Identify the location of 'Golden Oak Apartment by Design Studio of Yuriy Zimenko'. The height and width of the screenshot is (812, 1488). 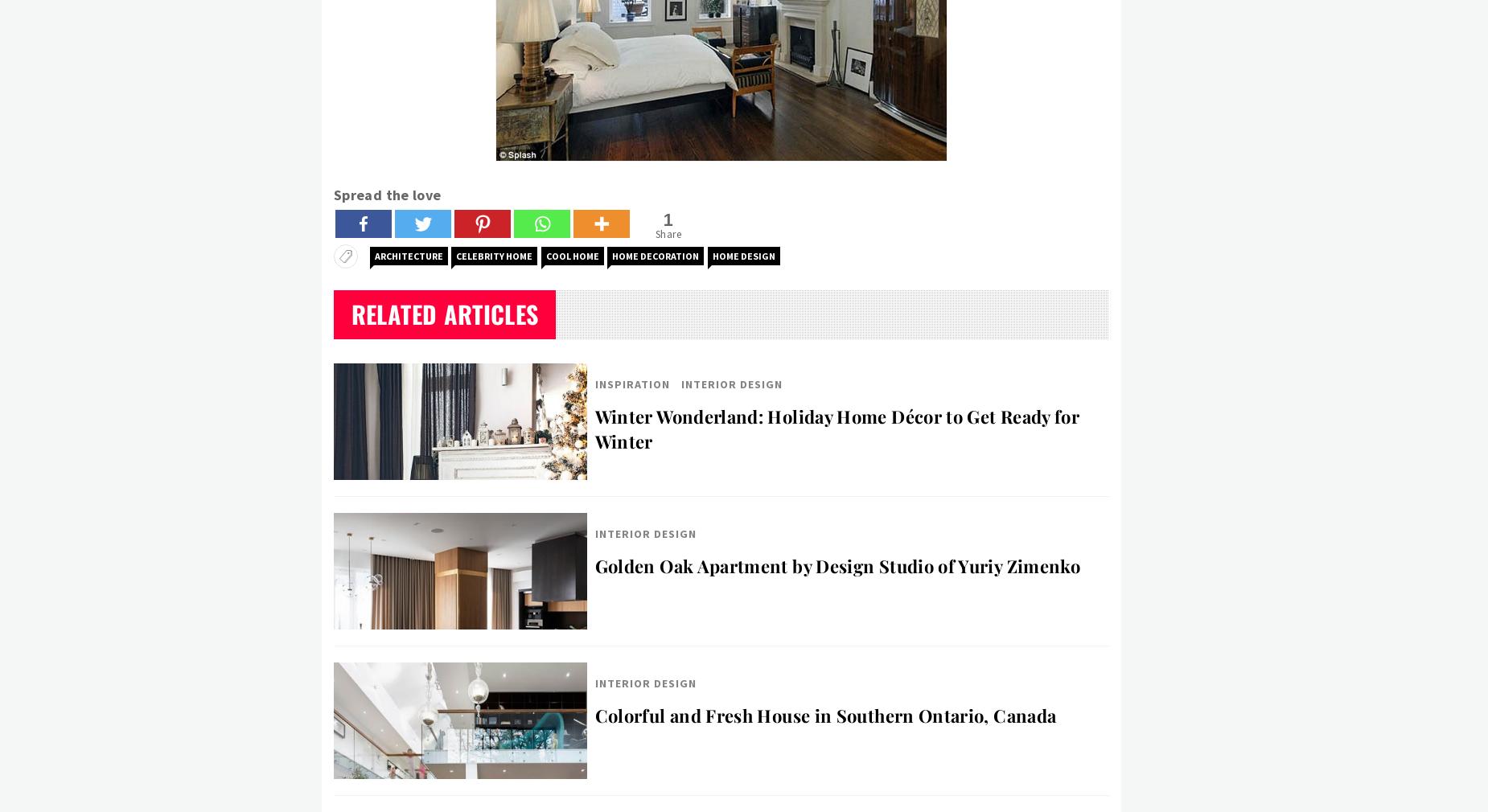
(836, 564).